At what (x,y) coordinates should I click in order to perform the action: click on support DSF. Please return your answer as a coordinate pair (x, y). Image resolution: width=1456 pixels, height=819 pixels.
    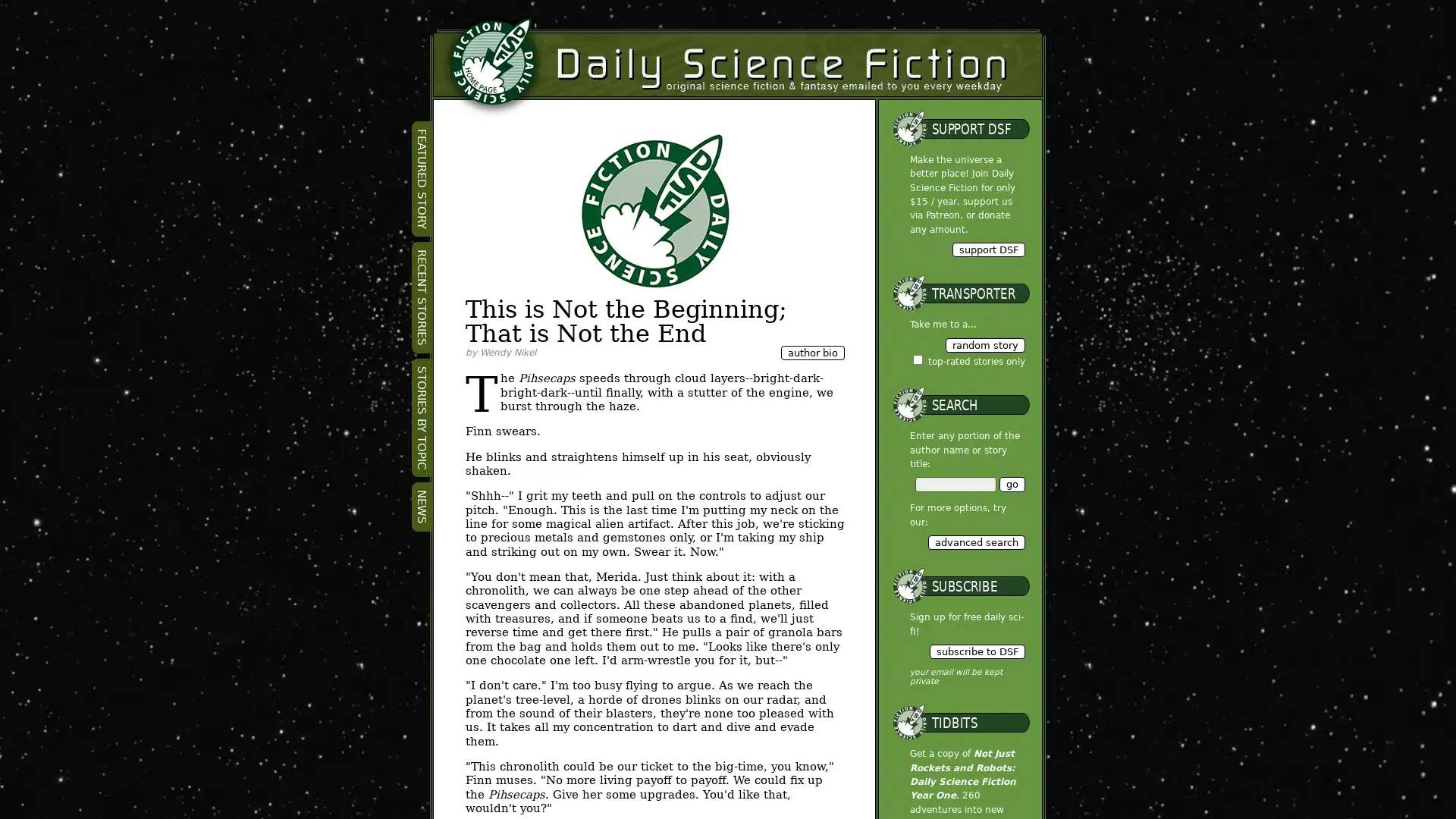
    Looking at the image, I should click on (987, 248).